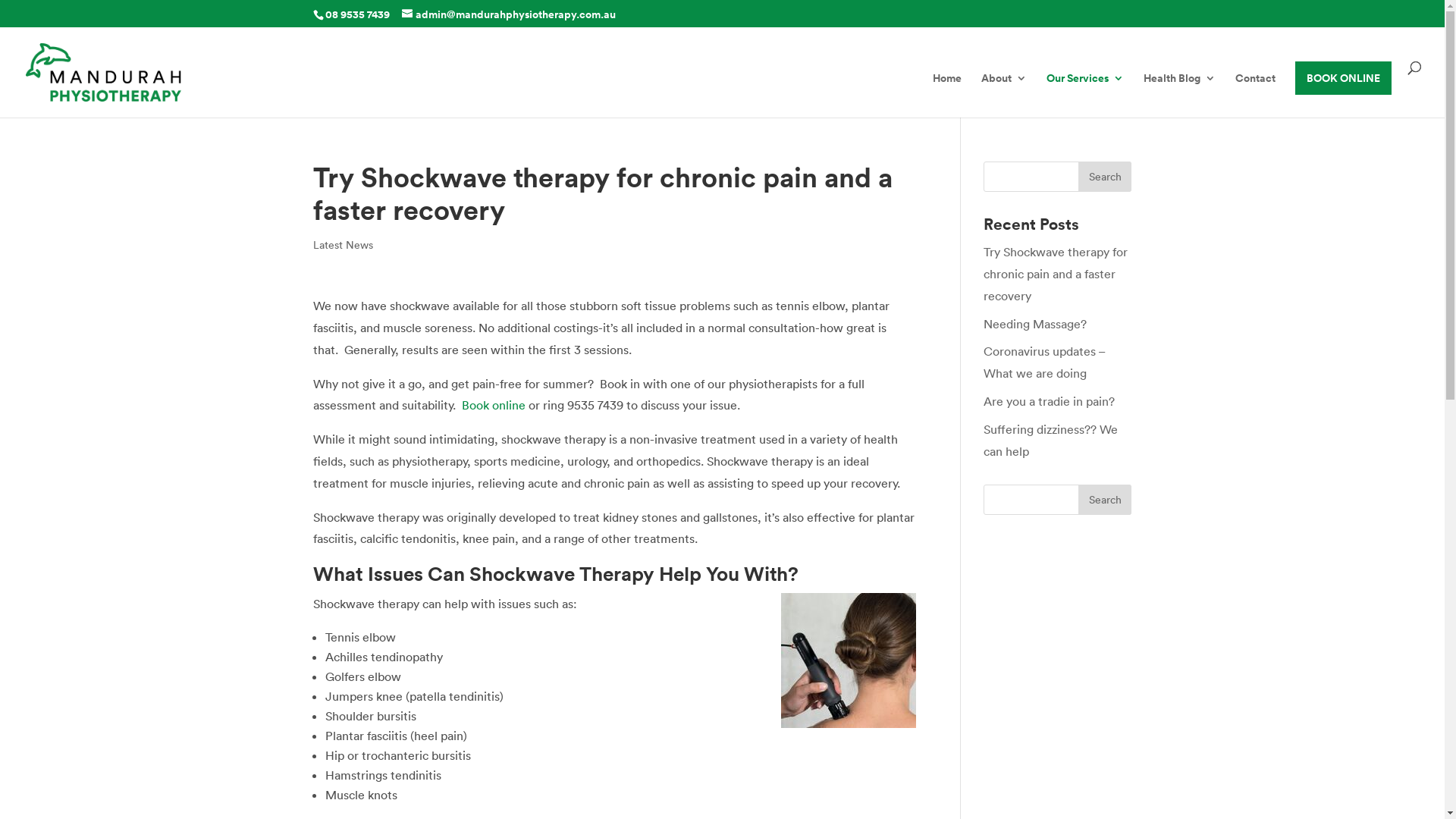  I want to click on 'BOOK ONLINE', so click(1343, 78).